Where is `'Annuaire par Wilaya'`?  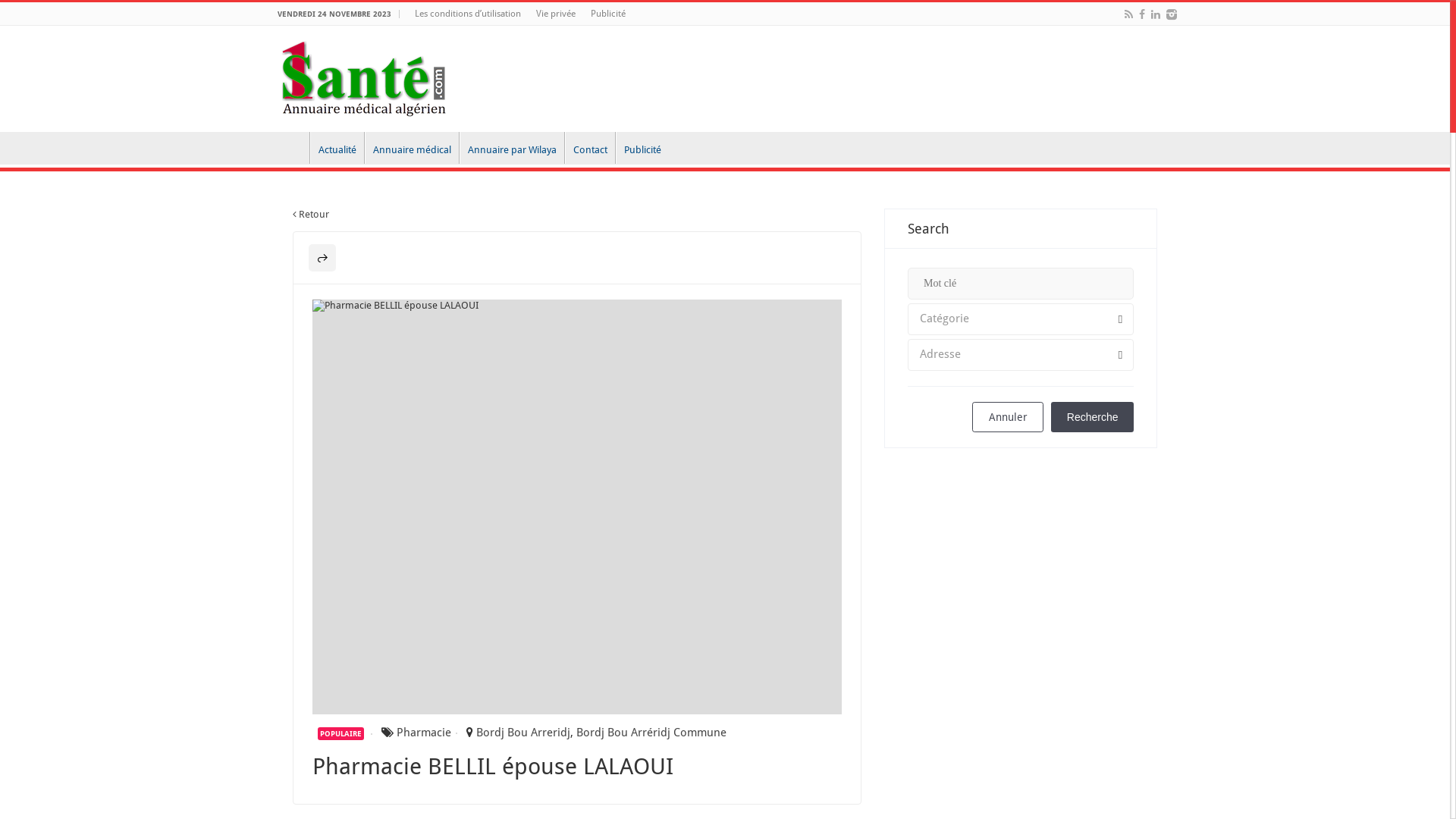 'Annuaire par Wilaya' is located at coordinates (458, 148).